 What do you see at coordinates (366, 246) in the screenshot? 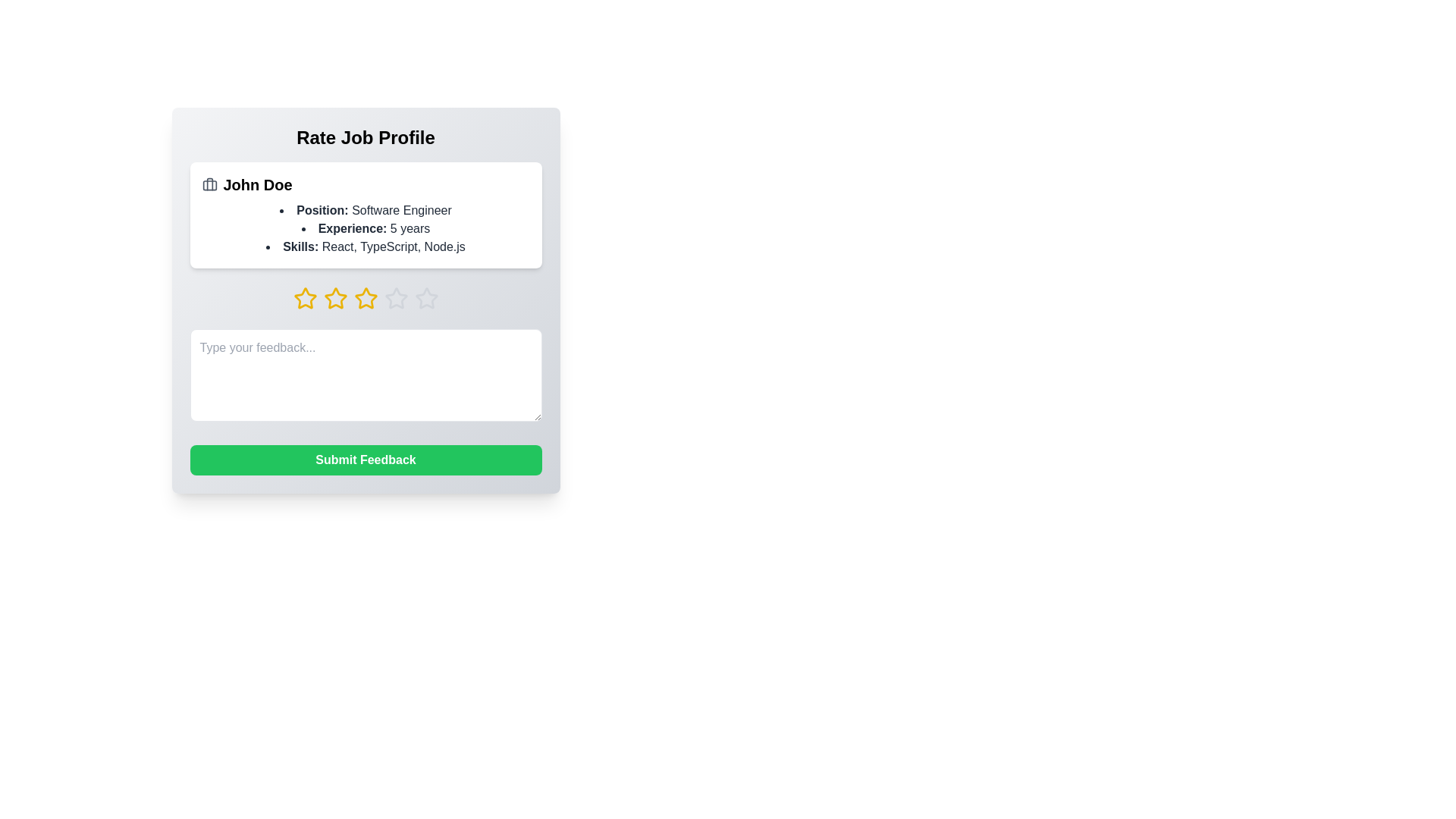
I see `the 'Skills:' text display element that lists programming languages including 'React, TypeScript, Node.js', which is the third entry in the professional information section` at bounding box center [366, 246].